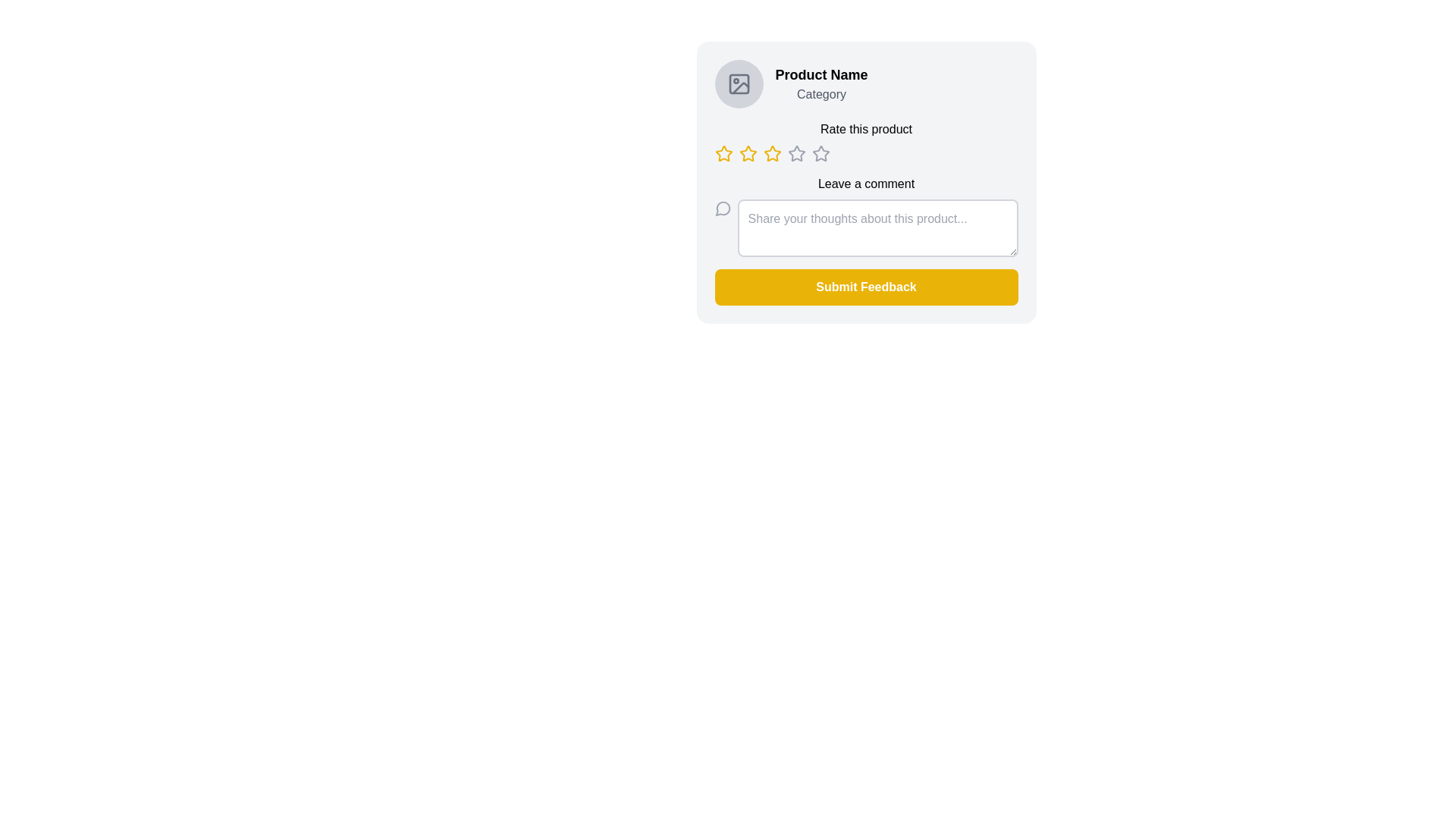  Describe the element at coordinates (723, 154) in the screenshot. I see `the first yellow star icon in the rating stars` at that location.